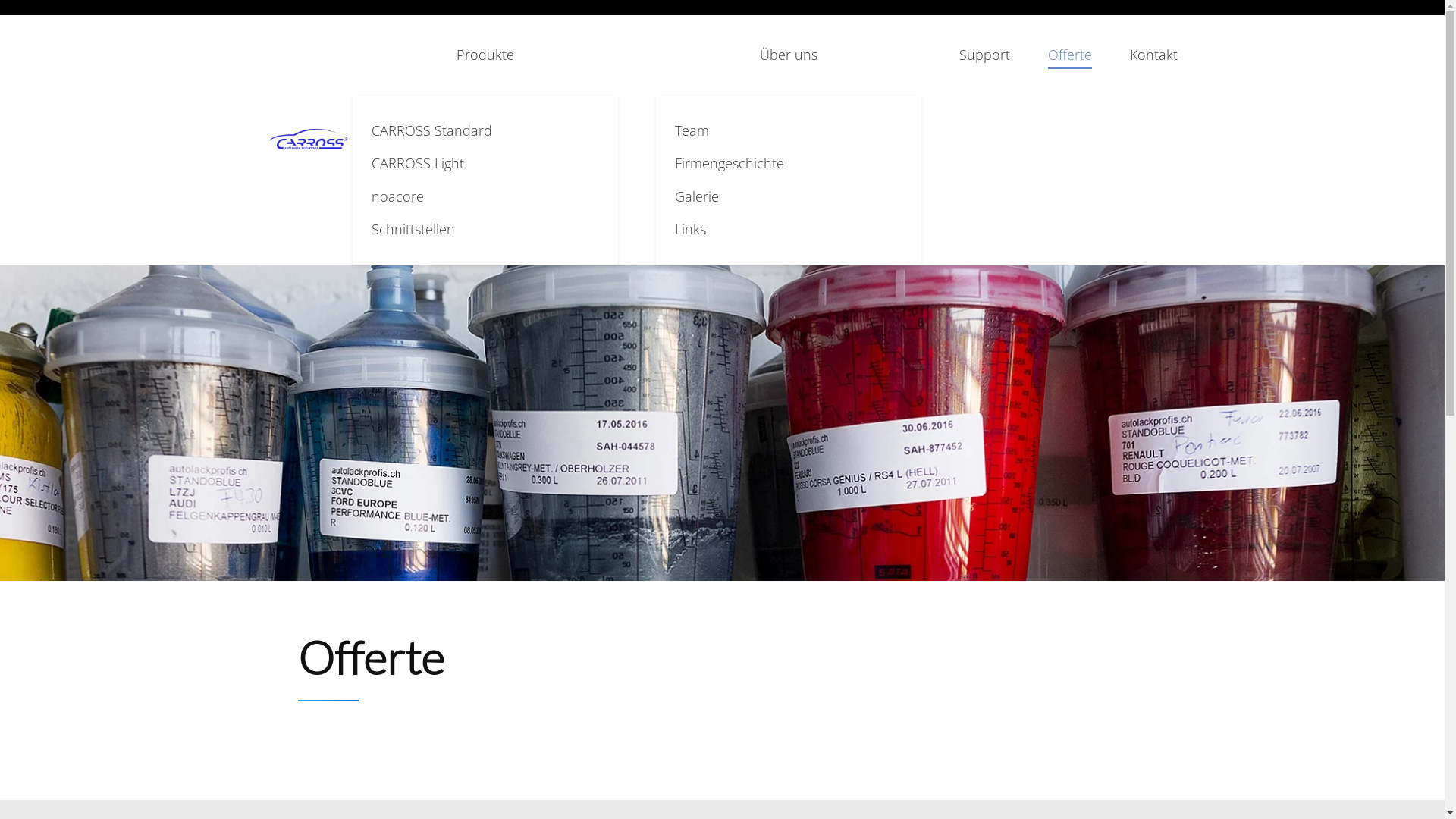 The width and height of the screenshot is (1456, 819). Describe the element at coordinates (1069, 55) in the screenshot. I see `'Offerte'` at that location.